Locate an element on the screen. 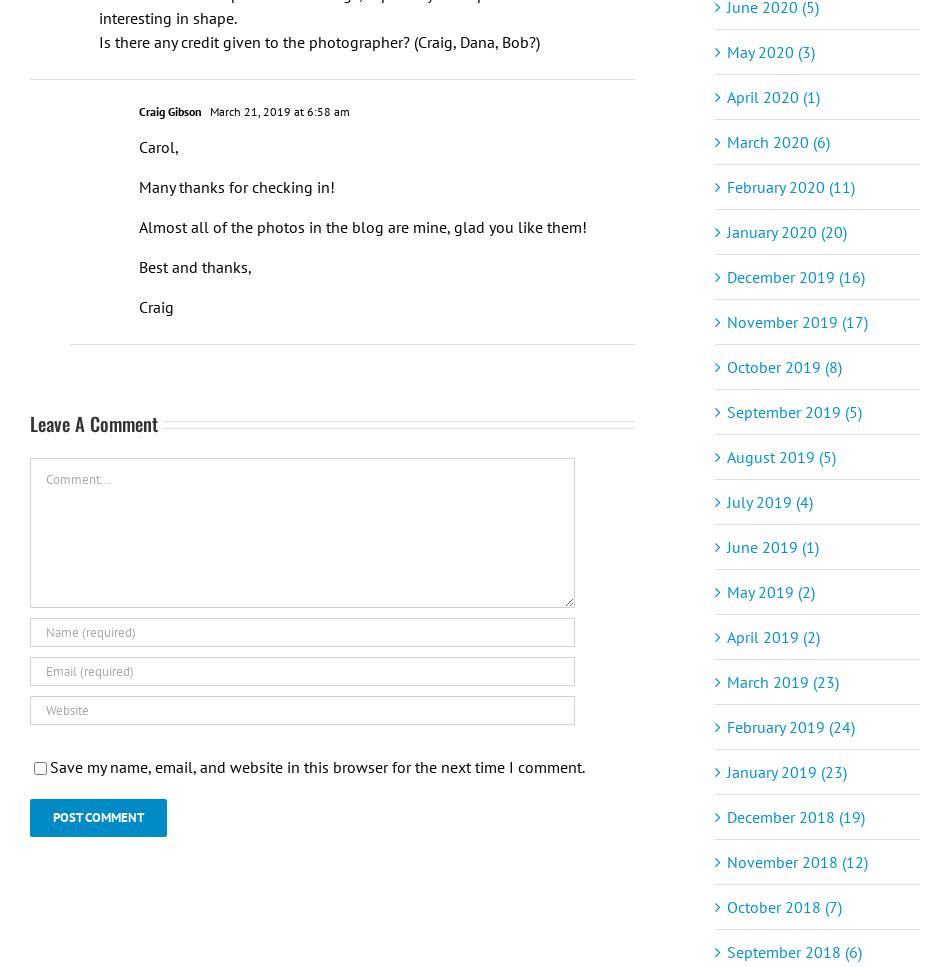 This screenshot has width=950, height=967. 'May 2019 (2)' is located at coordinates (770, 590).